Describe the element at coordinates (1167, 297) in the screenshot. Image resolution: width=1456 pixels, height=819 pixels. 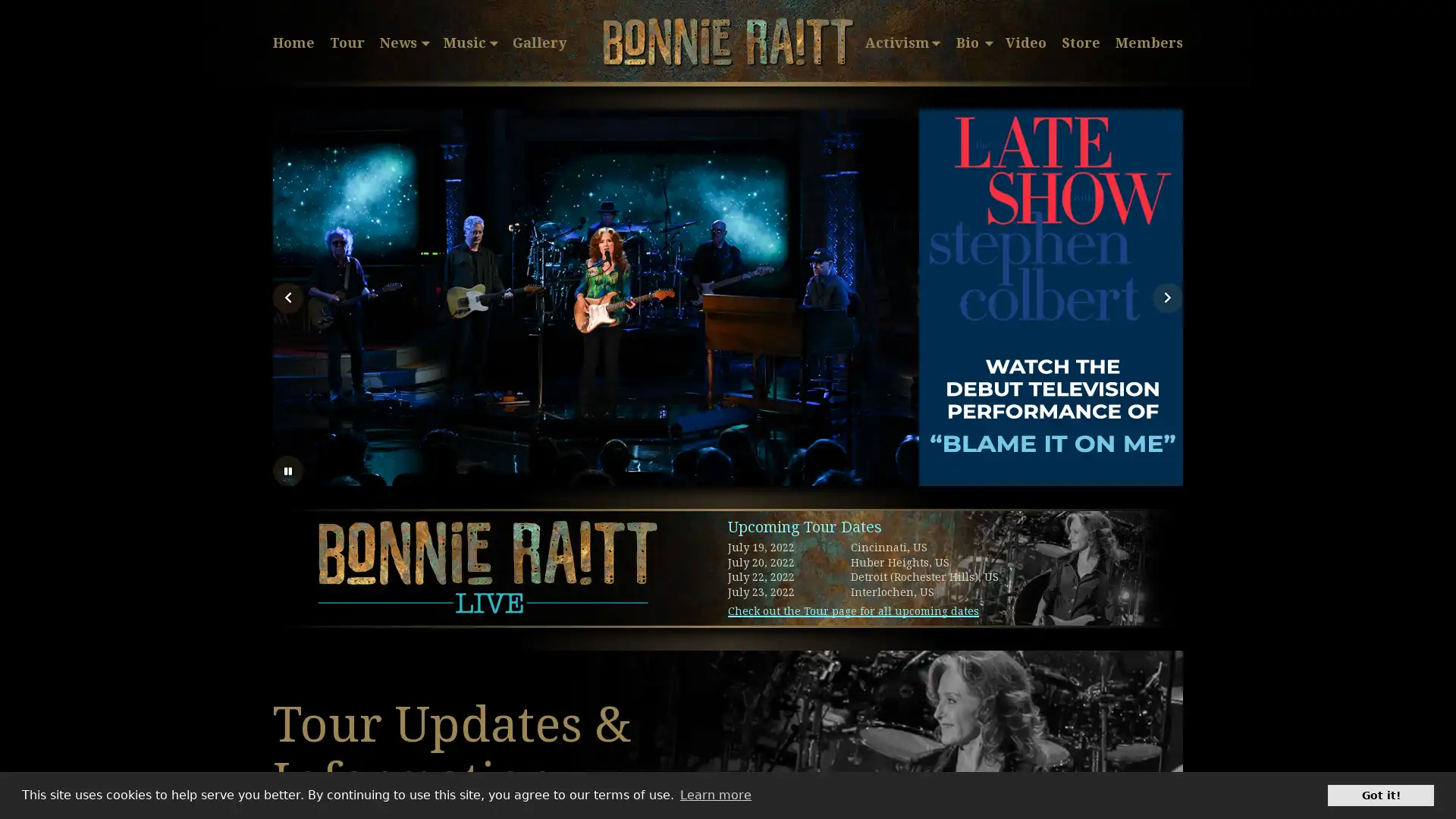
I see `Next Slide` at that location.